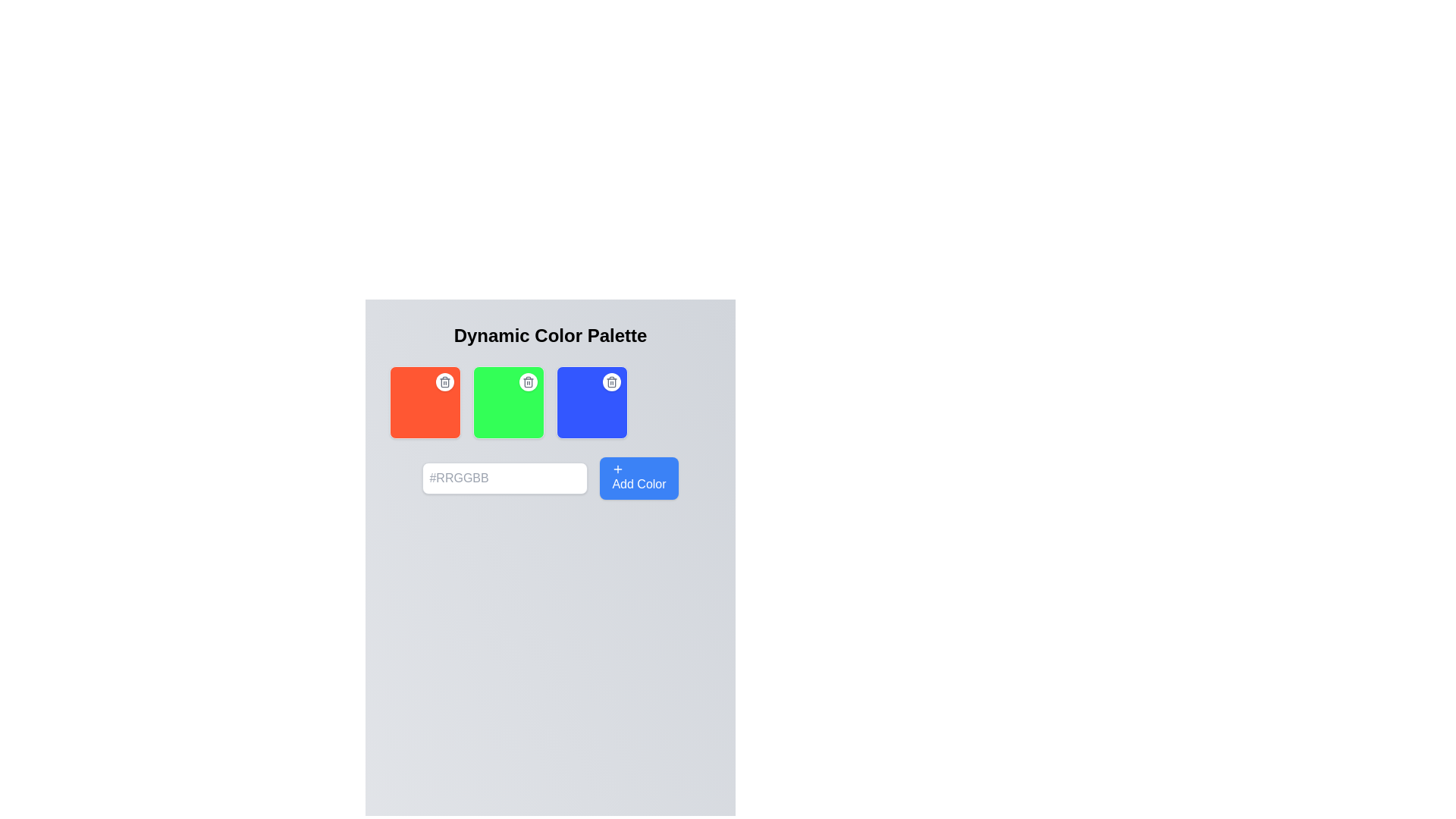 This screenshot has height=819, width=1456. I want to click on the trash icon located in the top-right corner of the green tile within the Dynamic Color Palette, so click(528, 381).